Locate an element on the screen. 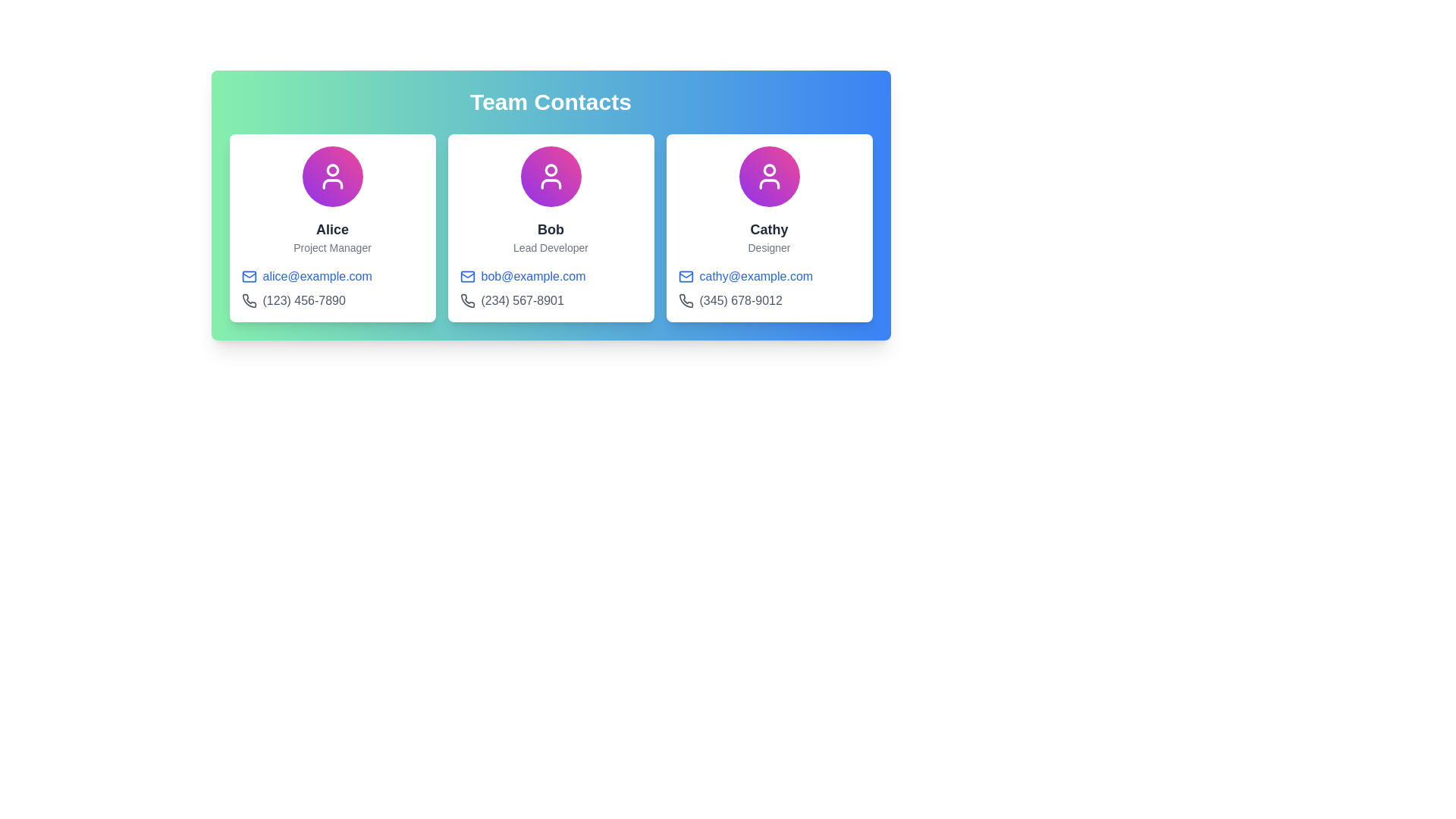  text content from the text label displaying 'Cathy', which is prominently styled in bold dark gray font, located within the card layout under the circular avatar image and above the descriptor text labeled 'Designer' is located at coordinates (769, 230).